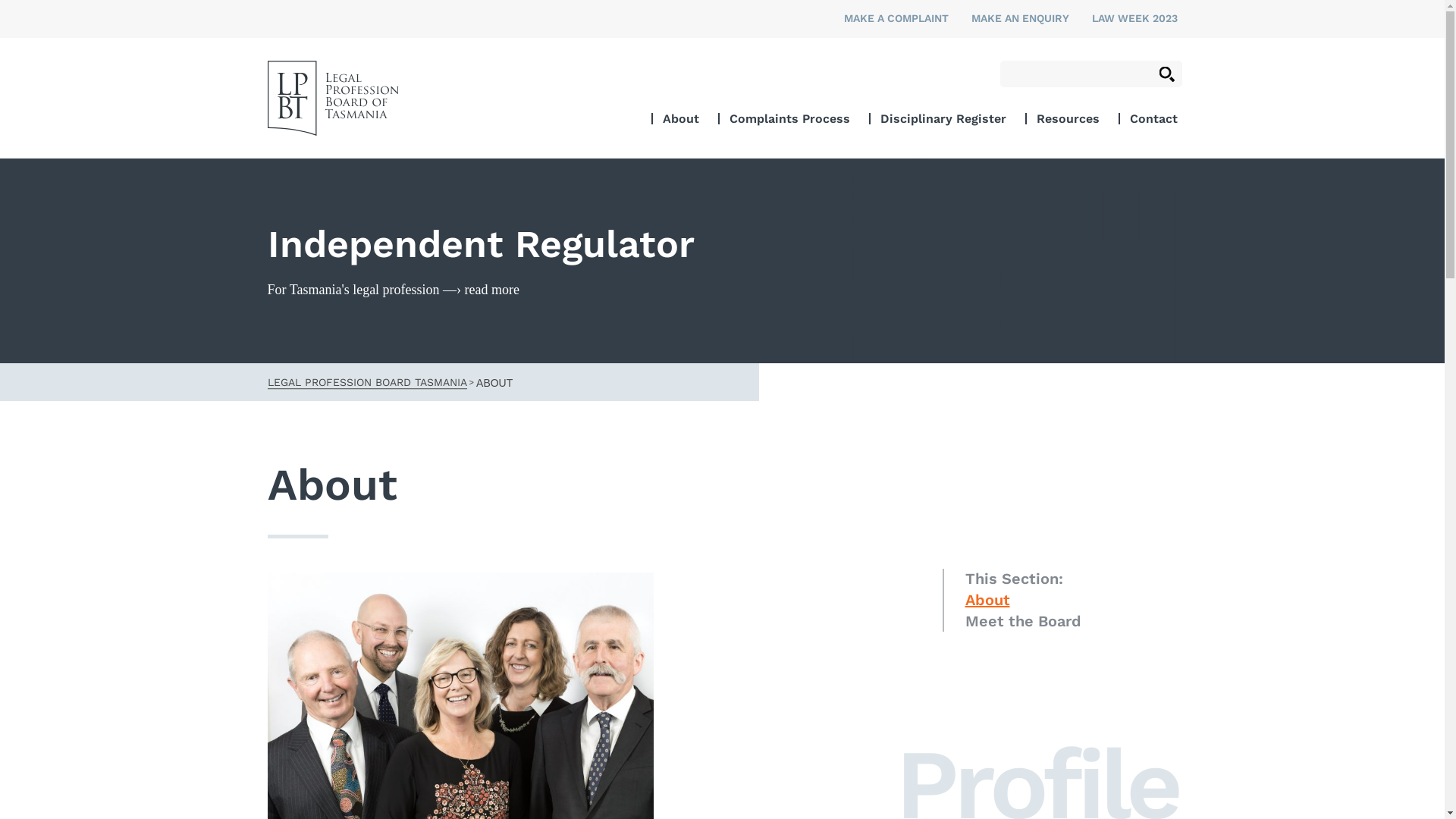 Image resolution: width=1456 pixels, height=819 pixels. What do you see at coordinates (789, 118) in the screenshot?
I see `'Complaints Process'` at bounding box center [789, 118].